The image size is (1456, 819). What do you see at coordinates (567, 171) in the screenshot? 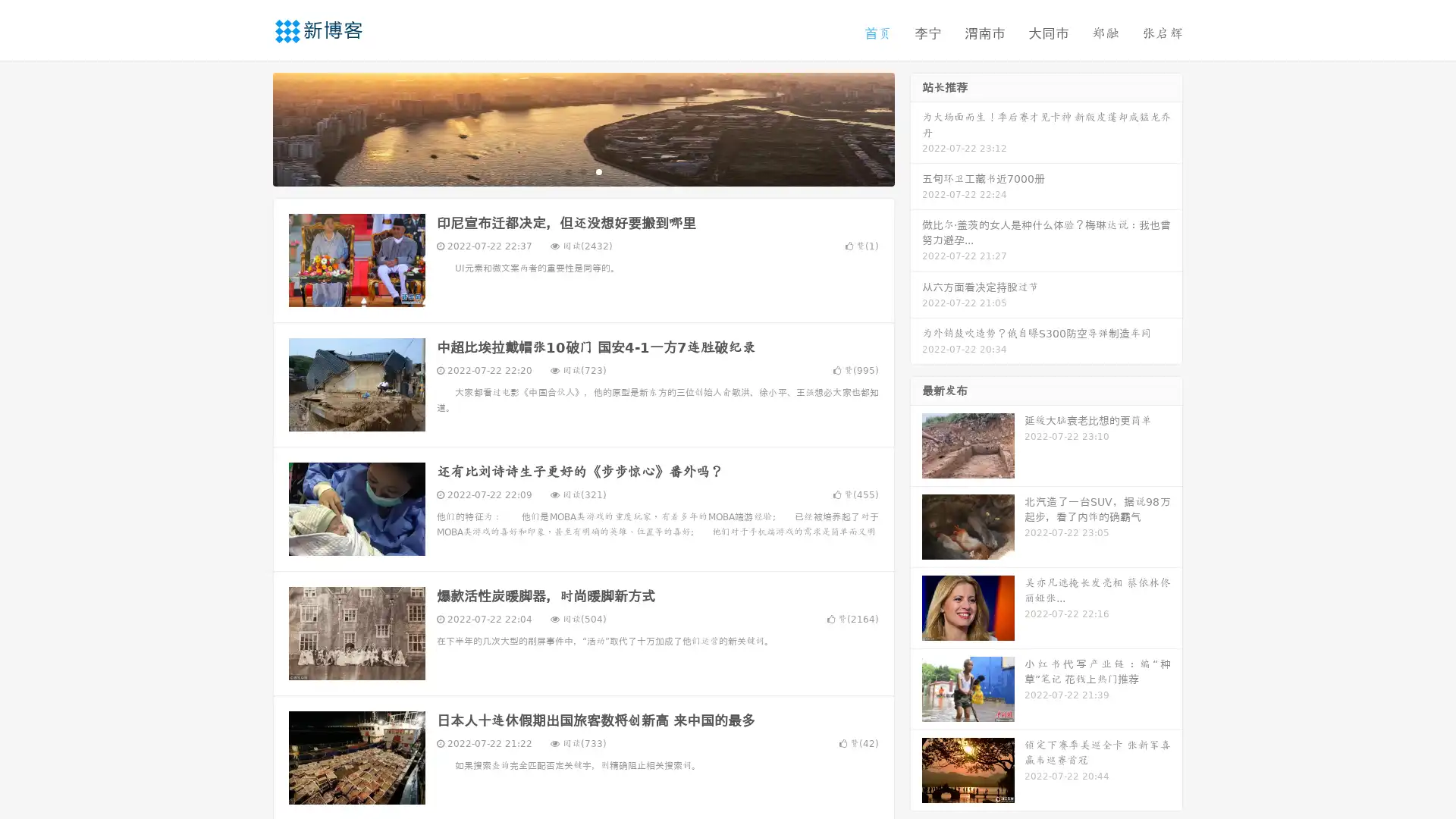
I see `Go to slide 1` at bounding box center [567, 171].